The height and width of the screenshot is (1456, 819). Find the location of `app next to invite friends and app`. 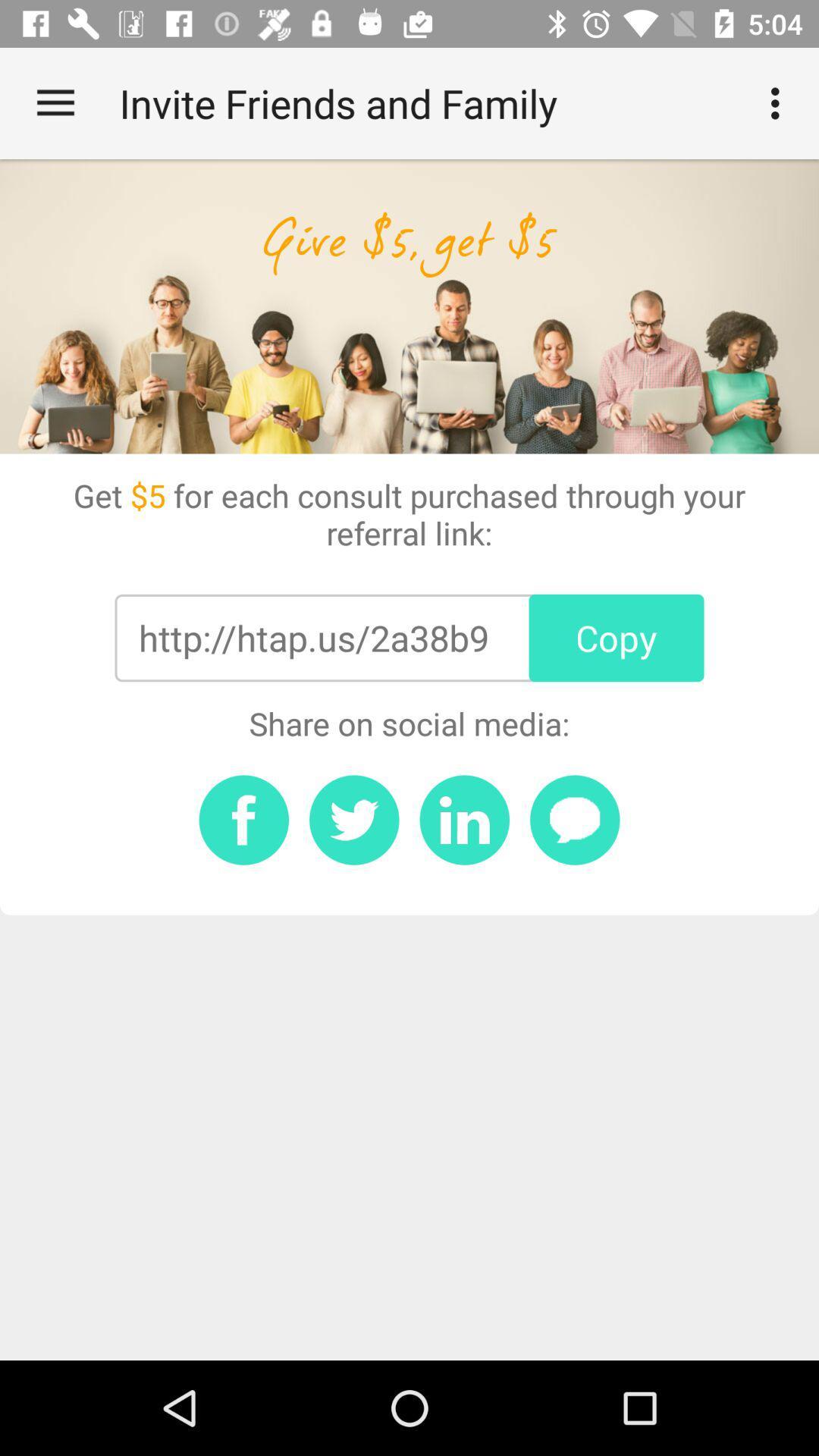

app next to invite friends and app is located at coordinates (55, 102).